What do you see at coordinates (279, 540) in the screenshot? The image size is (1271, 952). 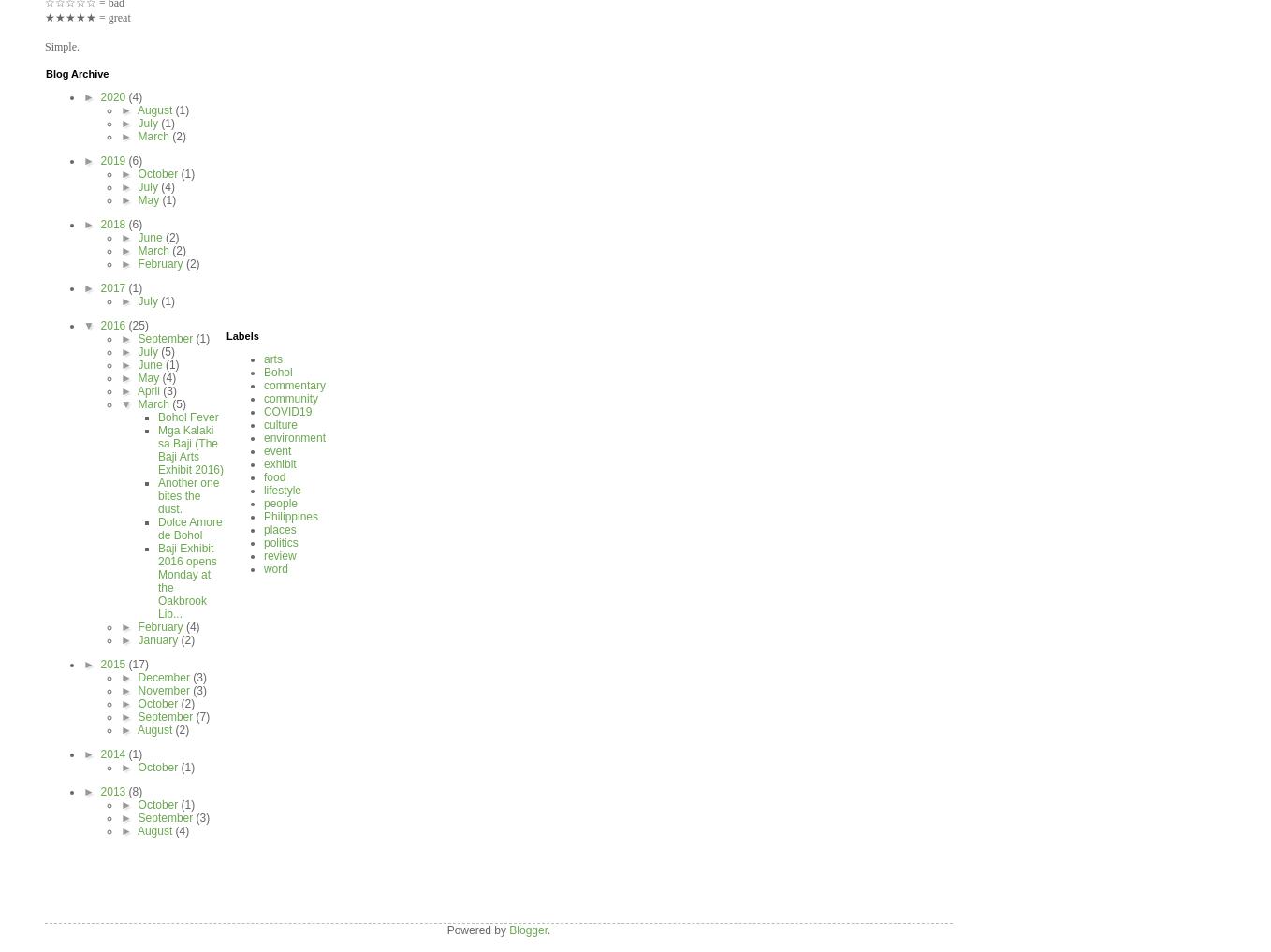 I see `'politics'` at bounding box center [279, 540].